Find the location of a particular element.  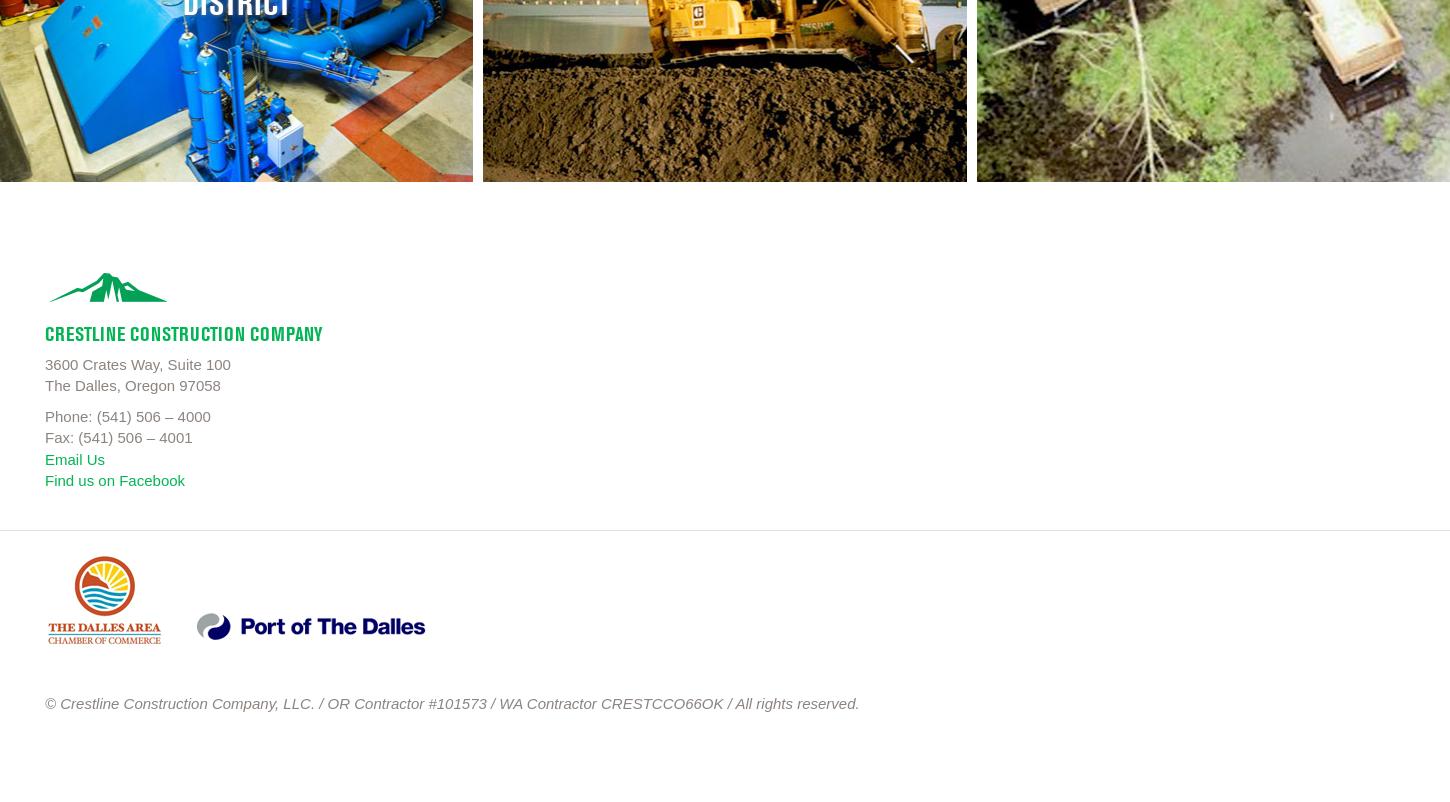

'dalles-chamber' is located at coordinates (166, 558).